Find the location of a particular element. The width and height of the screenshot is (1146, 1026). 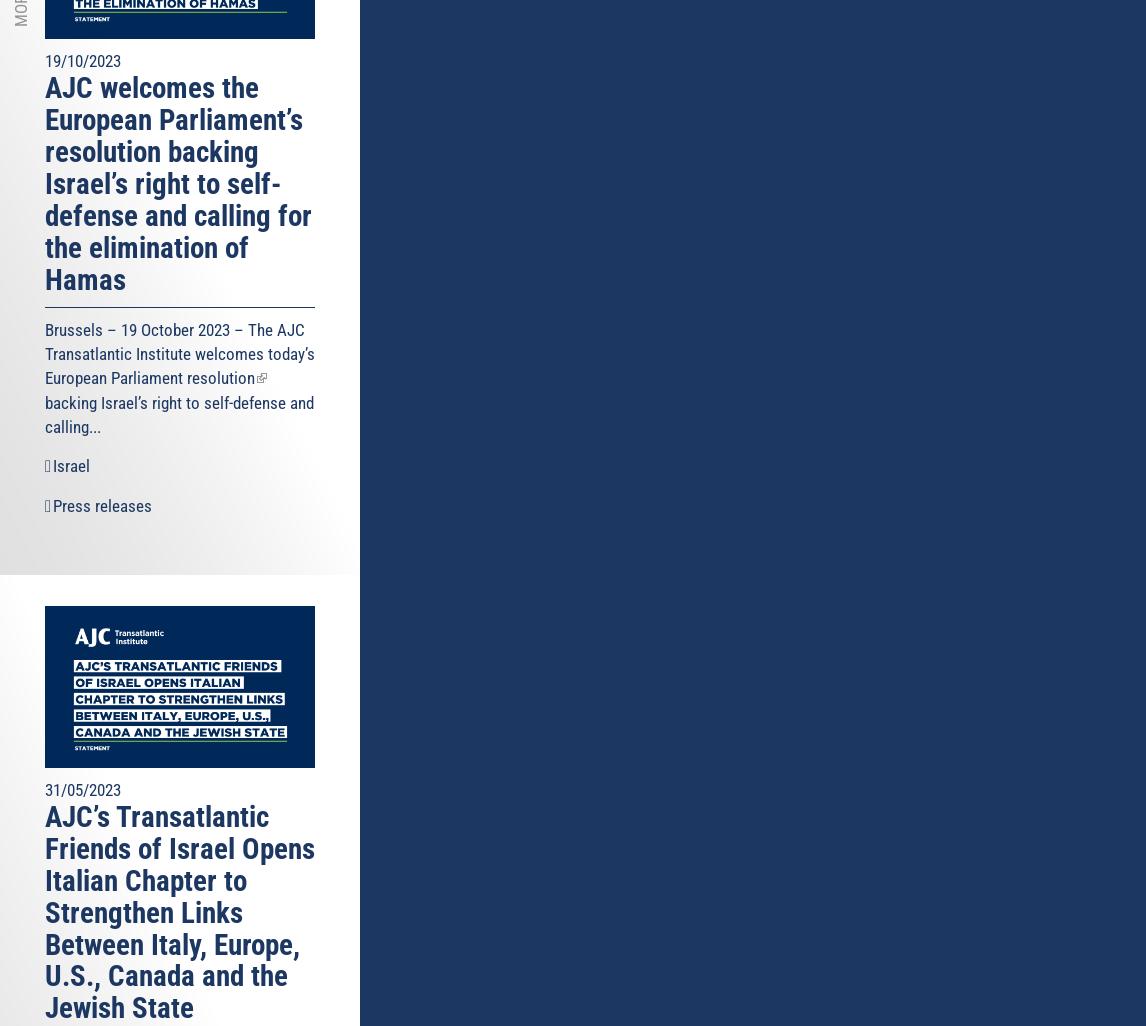

'19/10/2023' is located at coordinates (82, 60).